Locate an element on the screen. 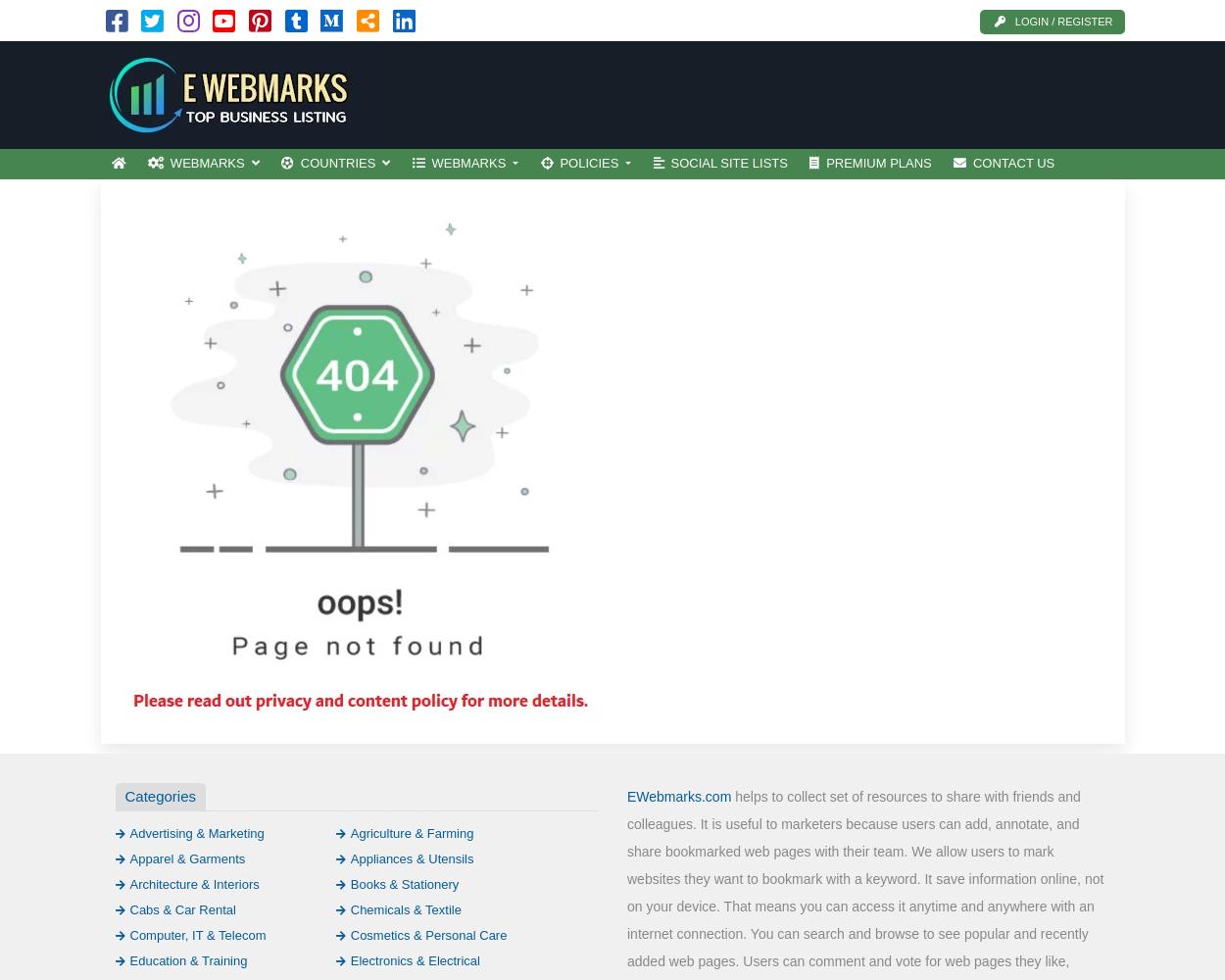  'Agriculture & Farming' is located at coordinates (412, 831).